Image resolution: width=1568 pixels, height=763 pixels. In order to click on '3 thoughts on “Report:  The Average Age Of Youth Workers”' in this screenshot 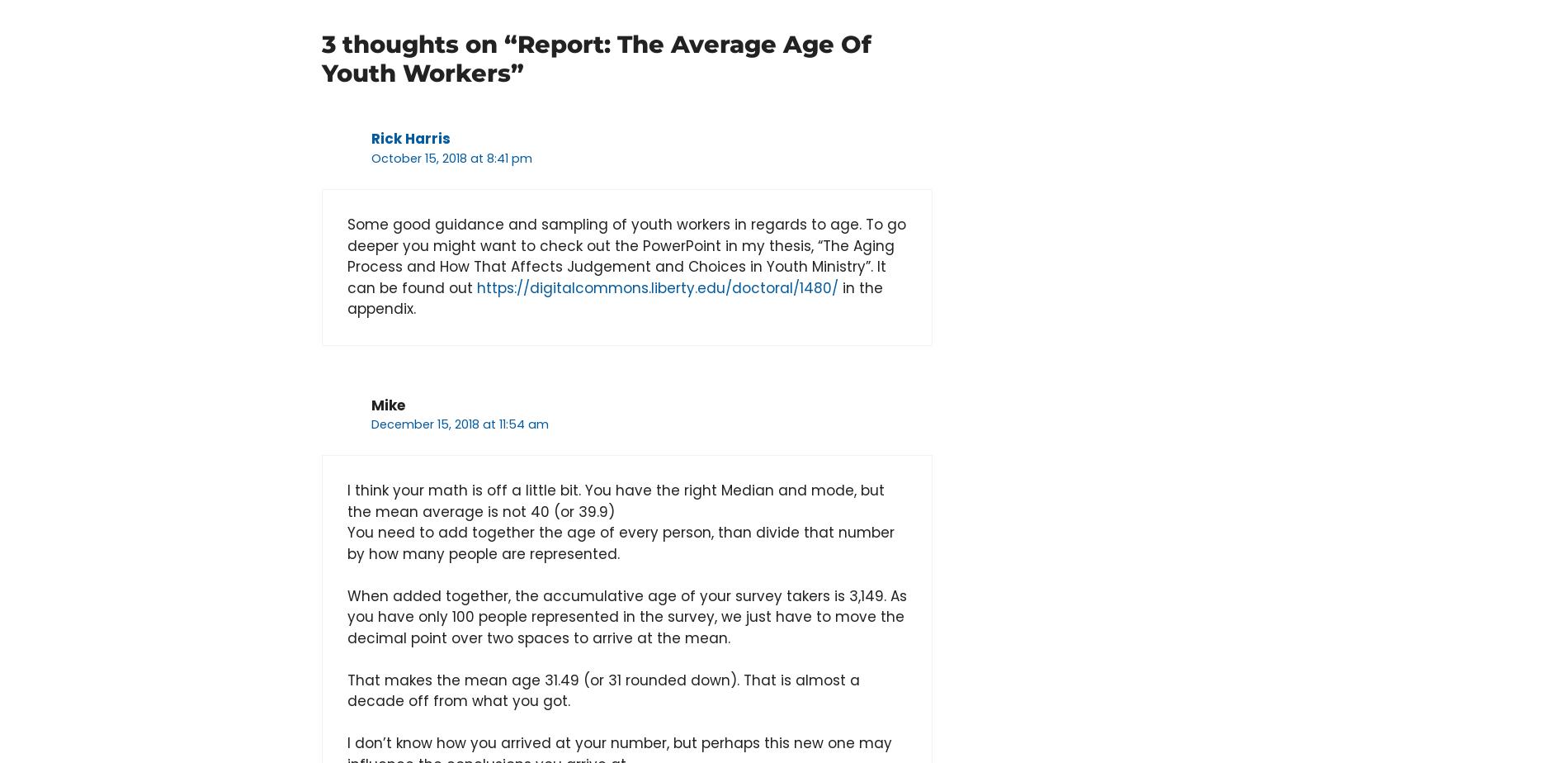, I will do `click(595, 58)`.